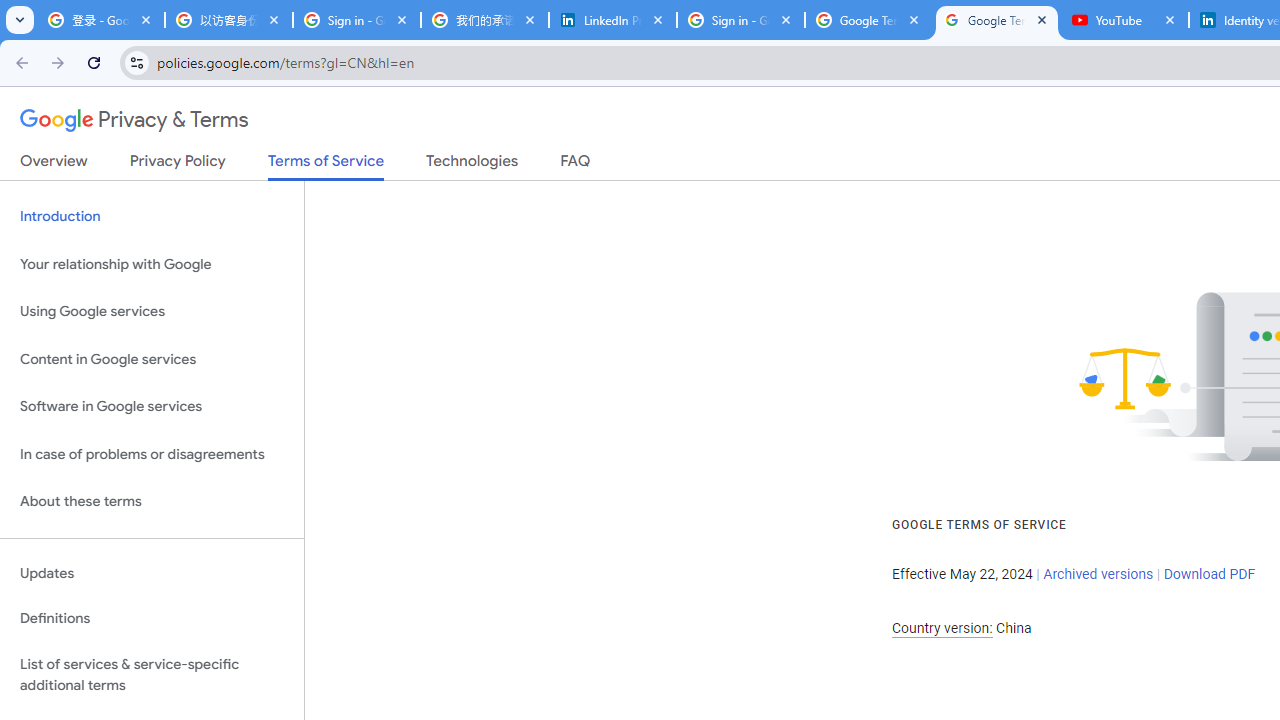  I want to click on 'Your relationship with Google', so click(151, 263).